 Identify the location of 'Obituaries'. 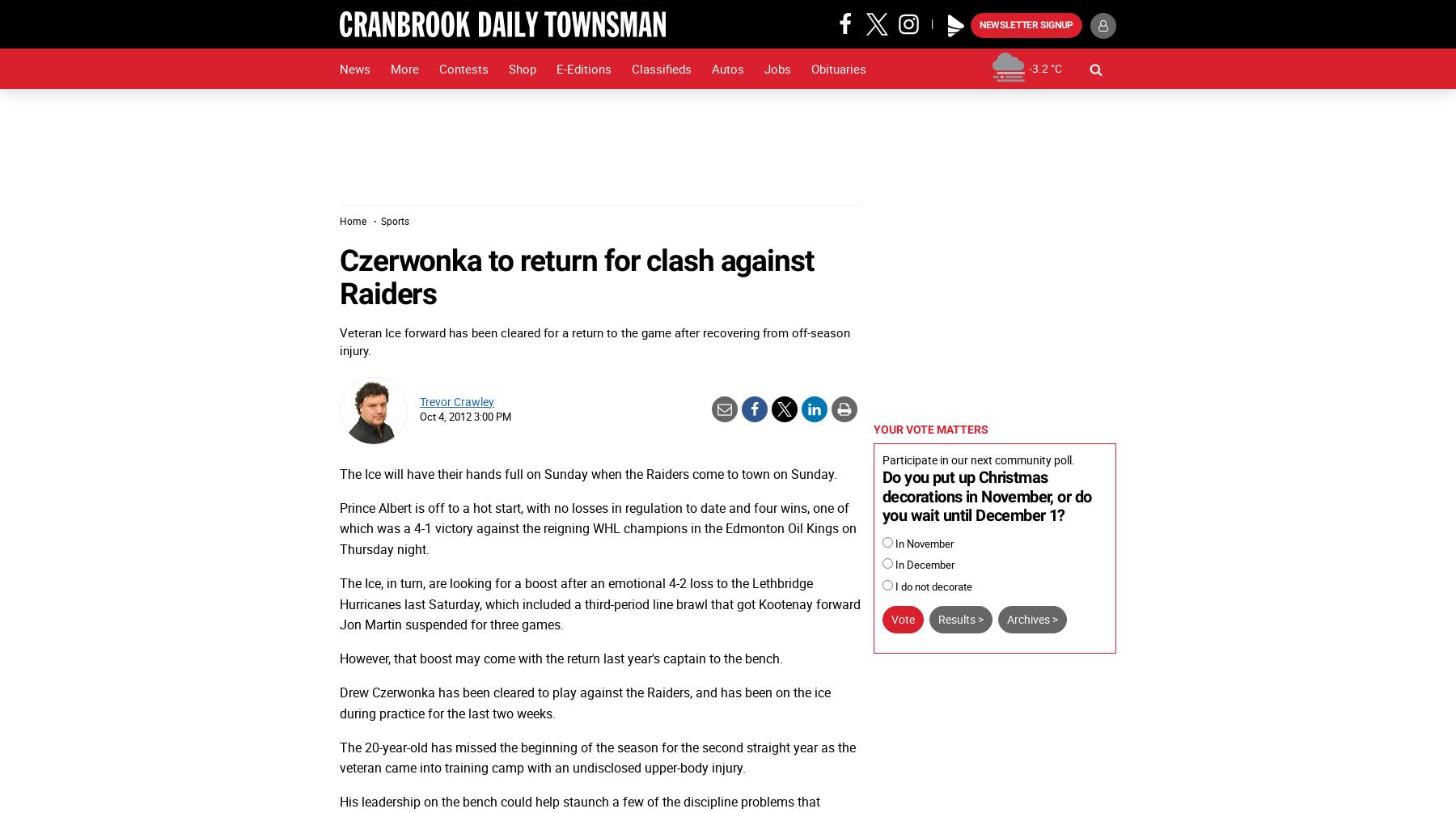
(810, 69).